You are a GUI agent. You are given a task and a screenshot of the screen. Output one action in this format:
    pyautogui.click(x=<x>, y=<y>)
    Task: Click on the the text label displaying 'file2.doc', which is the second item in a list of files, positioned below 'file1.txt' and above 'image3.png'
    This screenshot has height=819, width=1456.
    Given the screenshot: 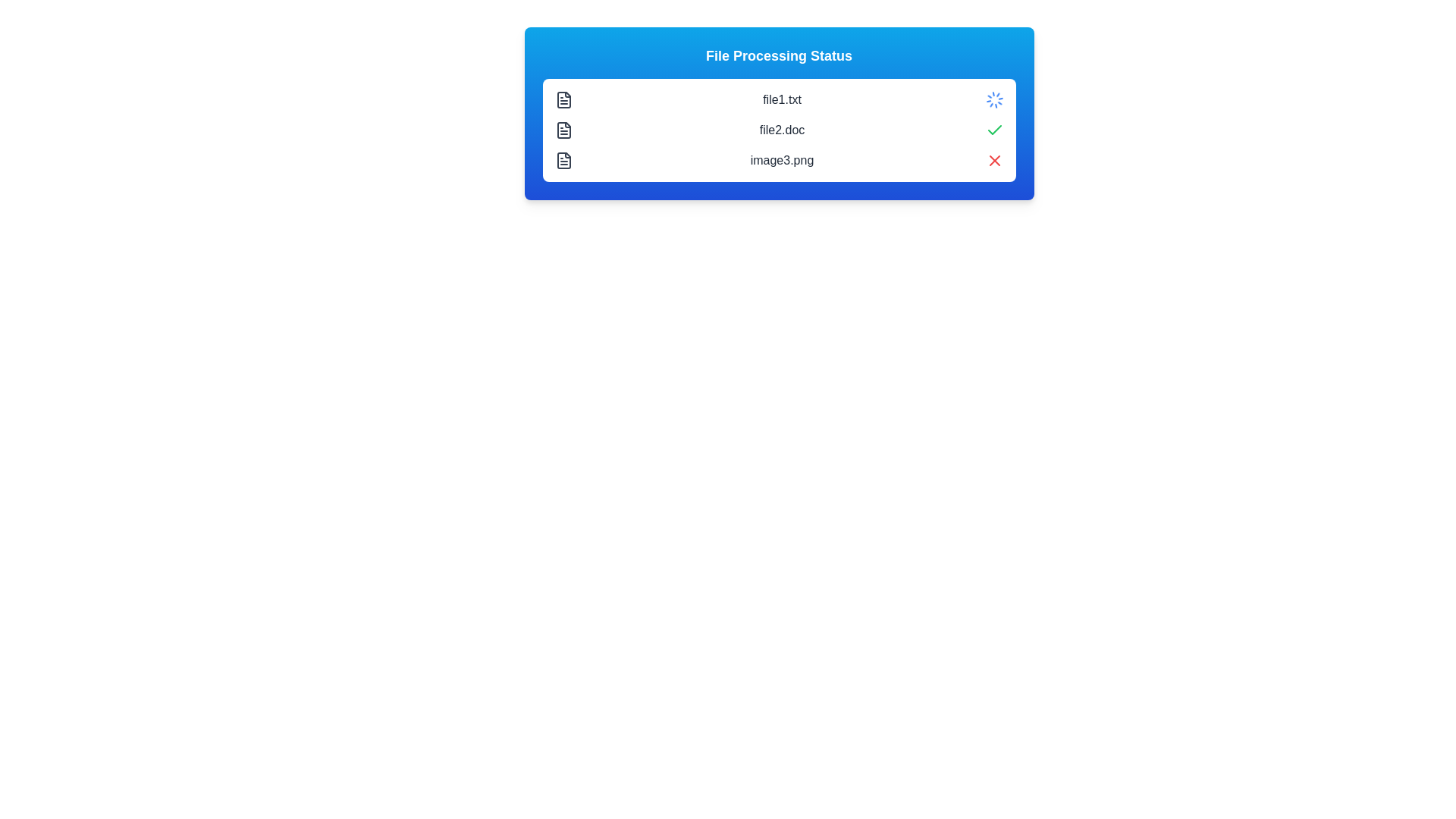 What is the action you would take?
    pyautogui.click(x=782, y=130)
    